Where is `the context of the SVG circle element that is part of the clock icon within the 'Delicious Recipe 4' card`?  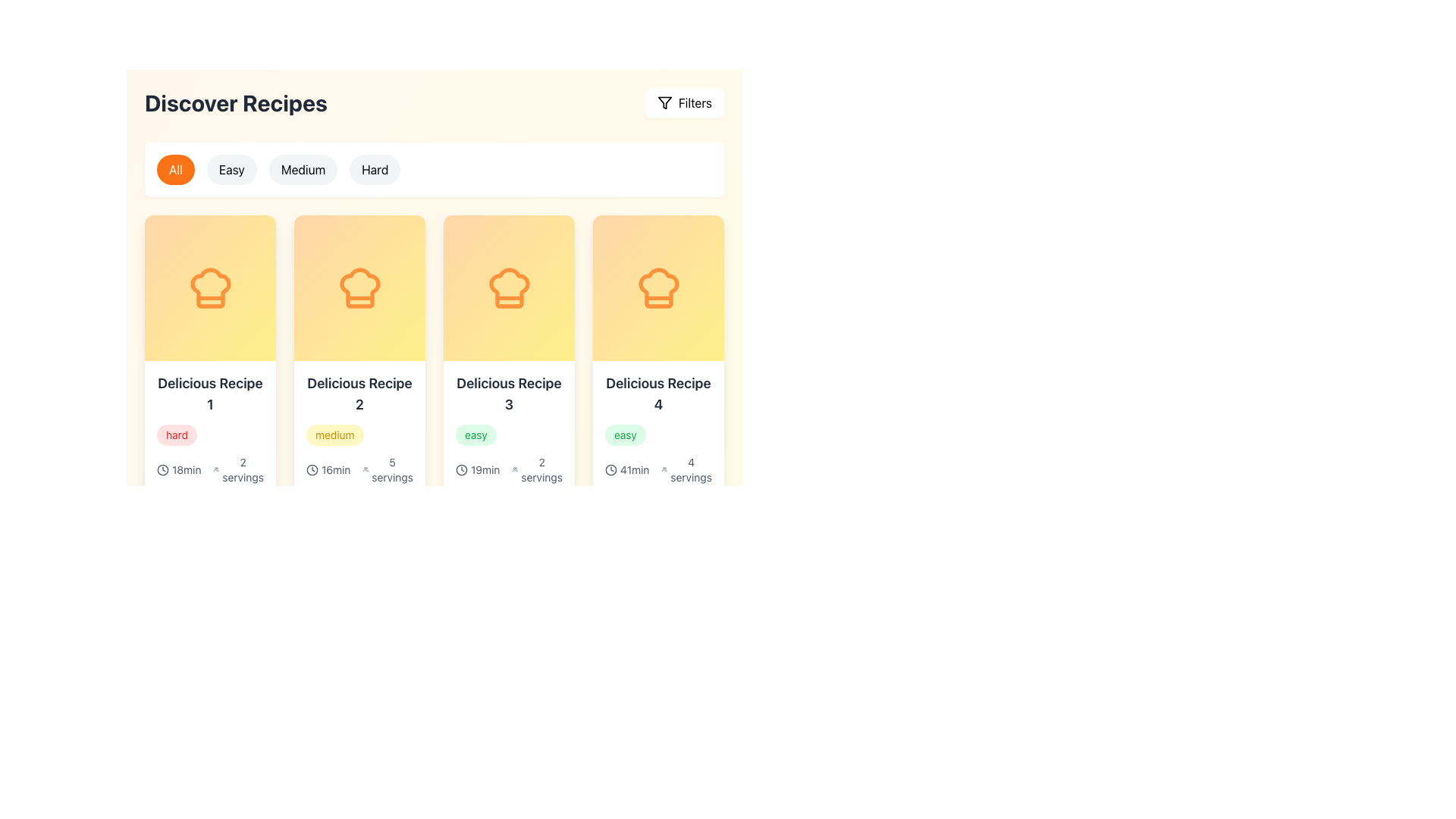 the context of the SVG circle element that is part of the clock icon within the 'Delicious Recipe 4' card is located at coordinates (611, 469).